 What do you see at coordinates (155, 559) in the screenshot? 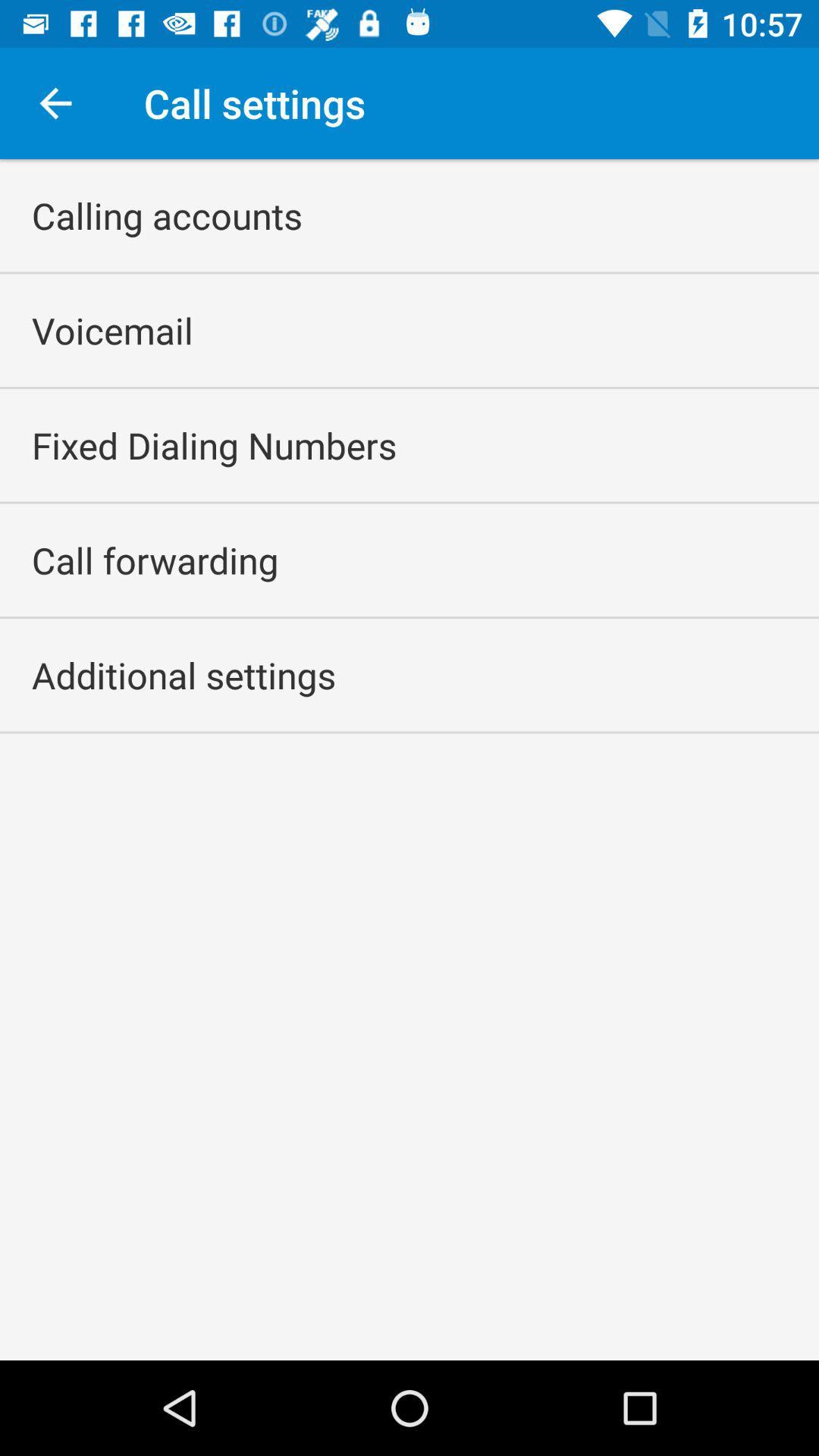
I see `icon below the fixed dialing numbers icon` at bounding box center [155, 559].